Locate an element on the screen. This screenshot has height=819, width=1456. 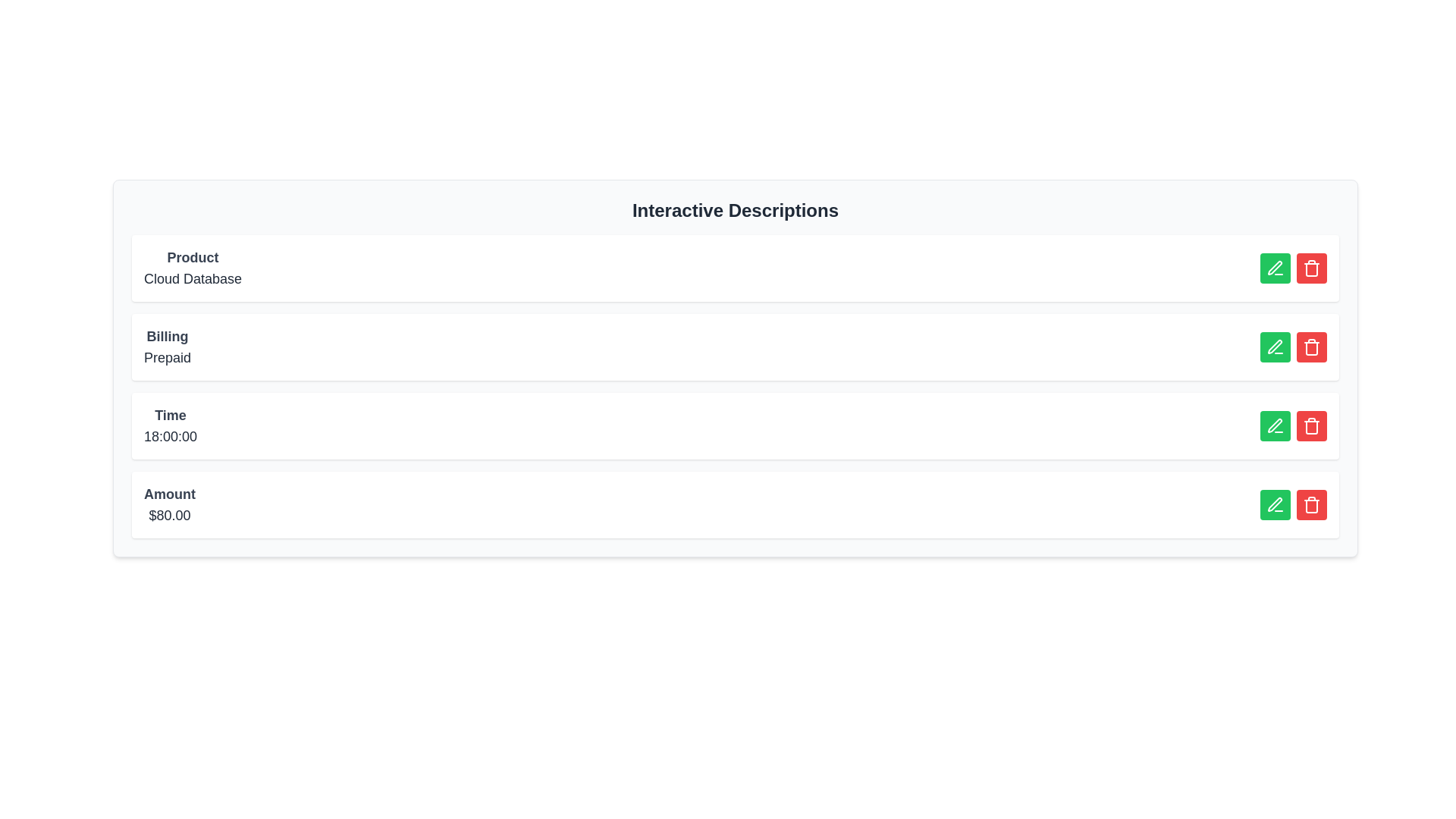
the informational label indicating that the billing method is prepaid, located in the 'Billing' section, below the header text 'Billing' is located at coordinates (167, 357).